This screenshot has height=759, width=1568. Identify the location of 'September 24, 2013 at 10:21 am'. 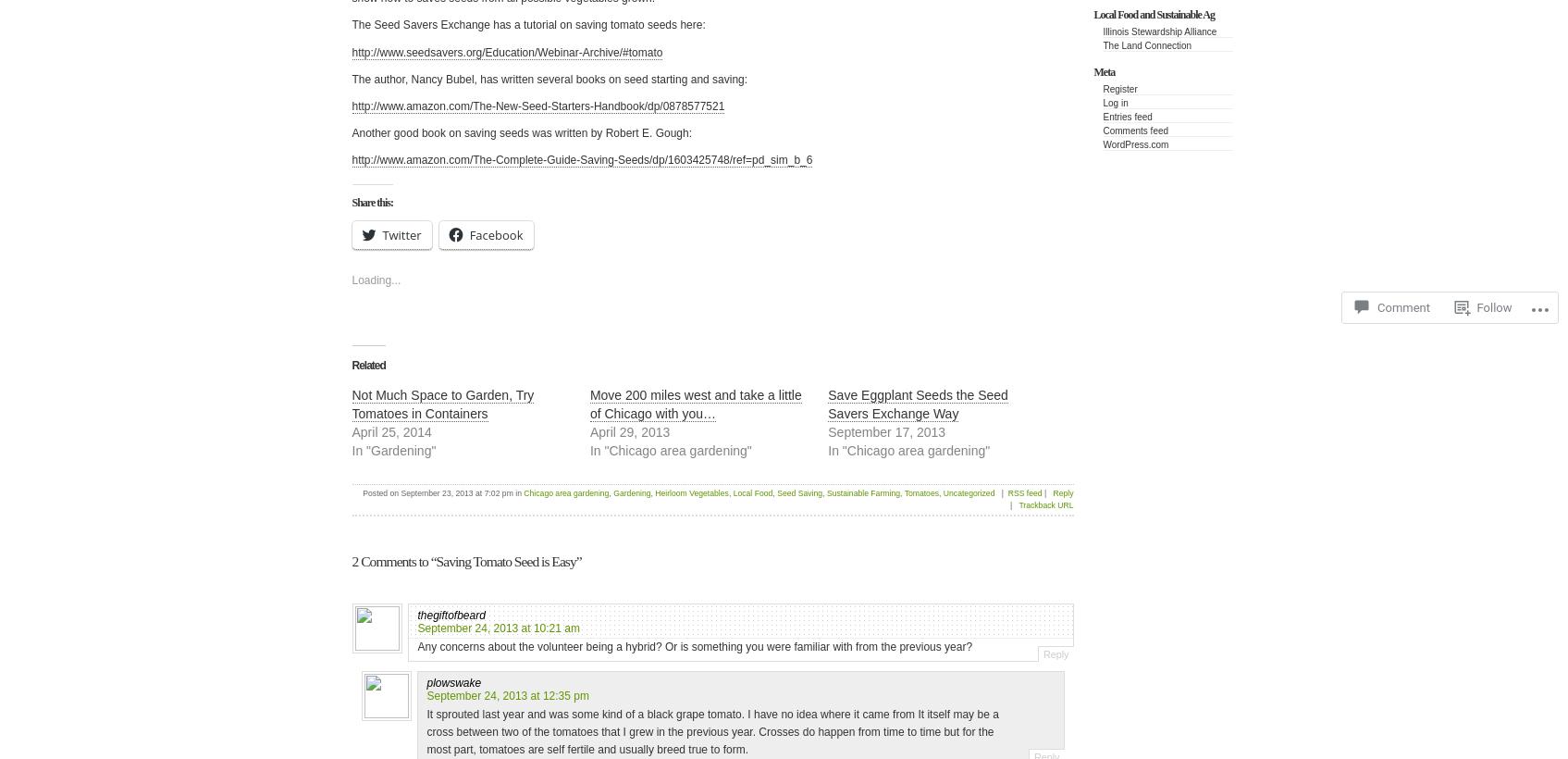
(417, 627).